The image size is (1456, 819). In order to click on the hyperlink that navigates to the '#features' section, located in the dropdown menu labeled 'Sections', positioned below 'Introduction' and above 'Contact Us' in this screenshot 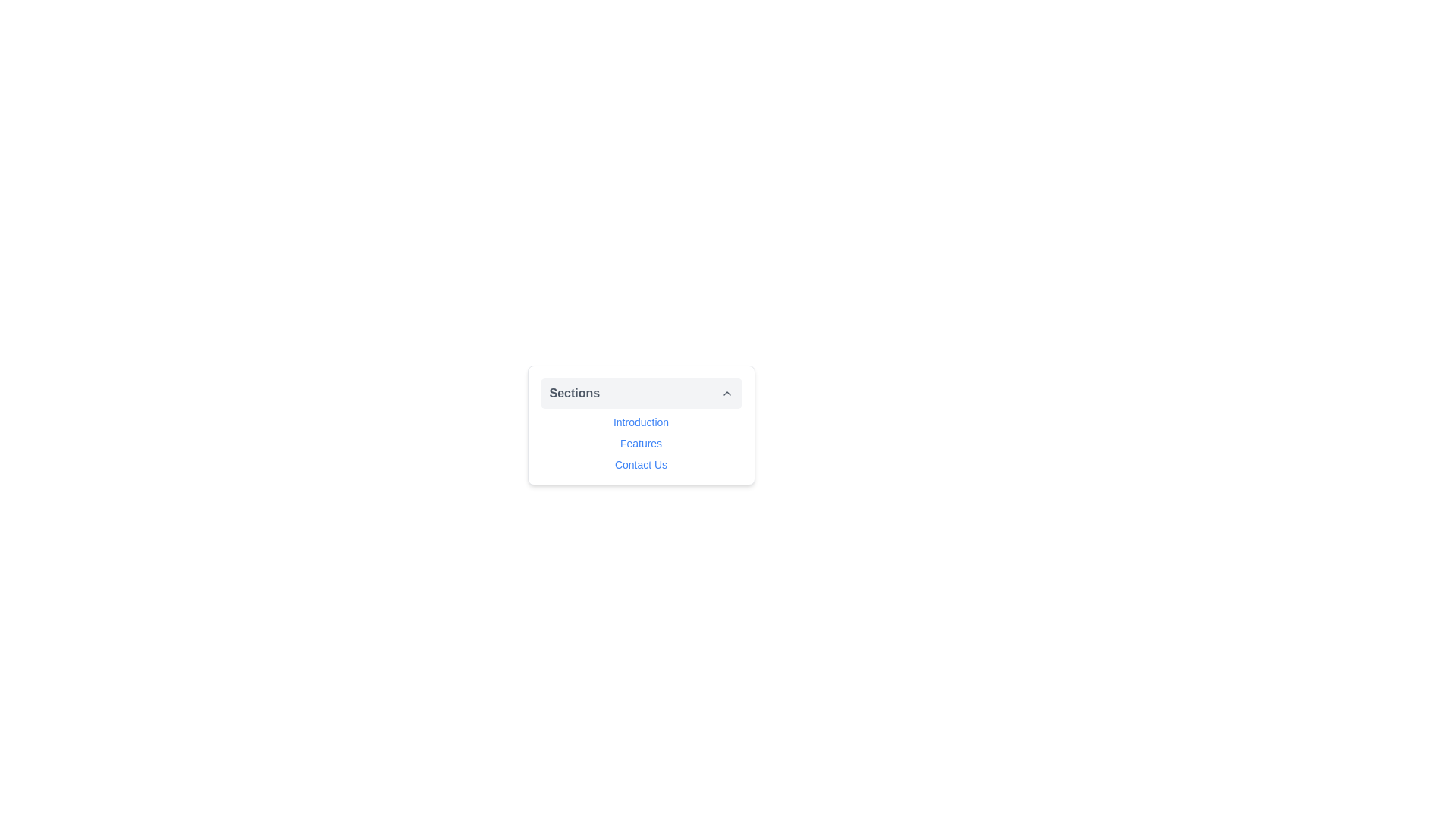, I will do `click(641, 444)`.